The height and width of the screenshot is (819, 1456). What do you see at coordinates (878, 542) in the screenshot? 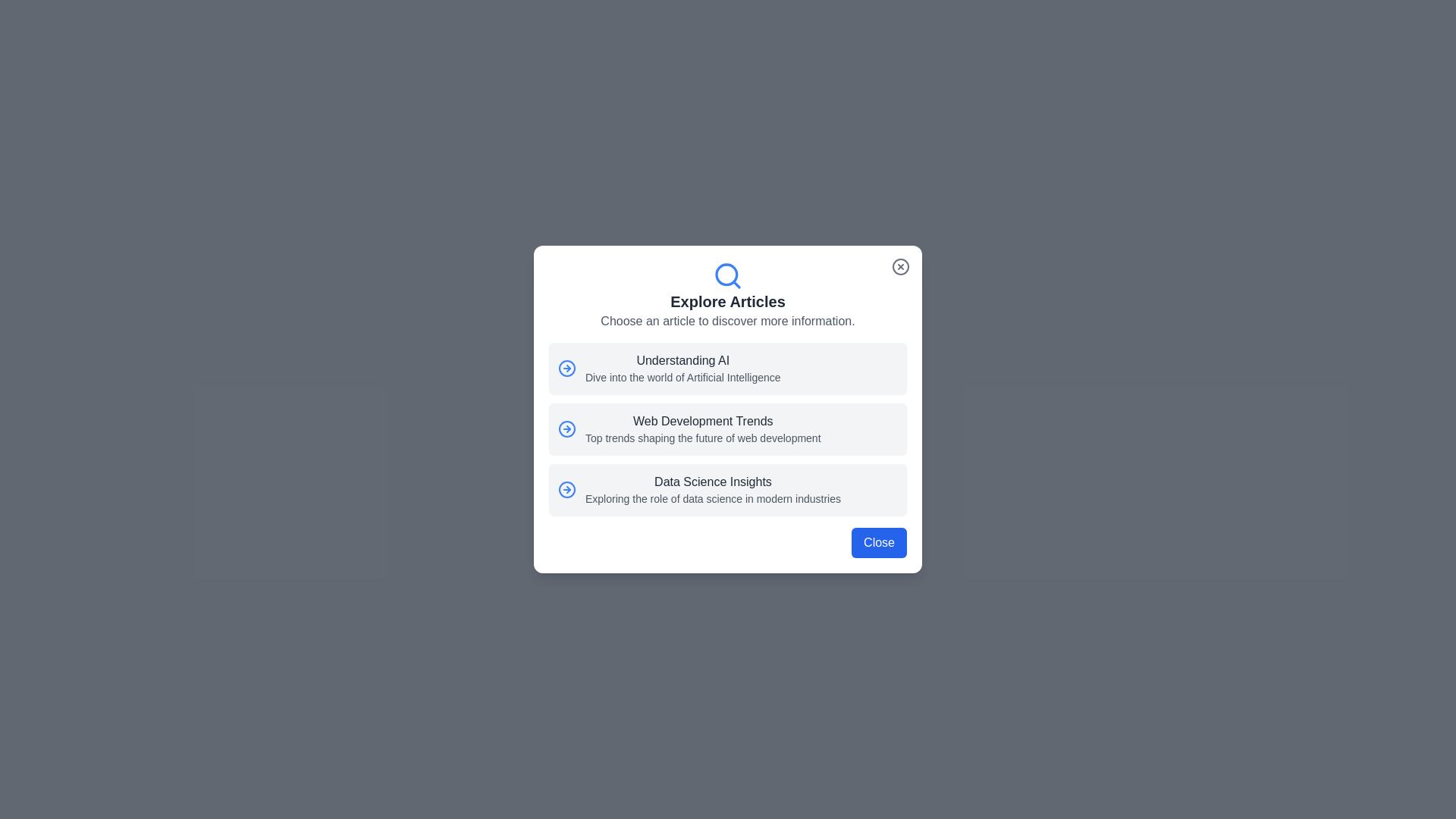
I see `'Close' button at the bottom-right of the dialog` at bounding box center [878, 542].